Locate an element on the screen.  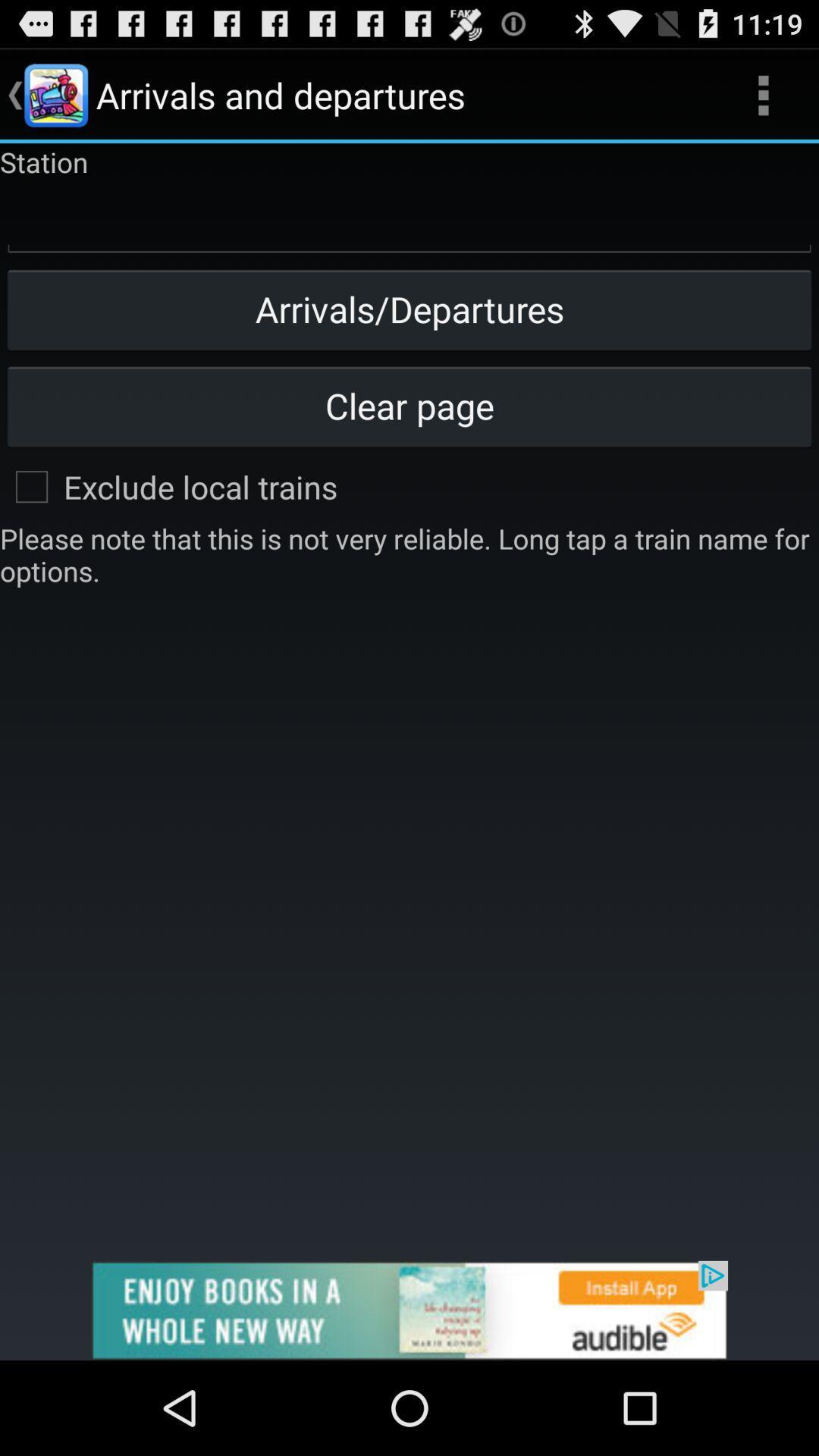
visit advertisement is located at coordinates (409, 1310).